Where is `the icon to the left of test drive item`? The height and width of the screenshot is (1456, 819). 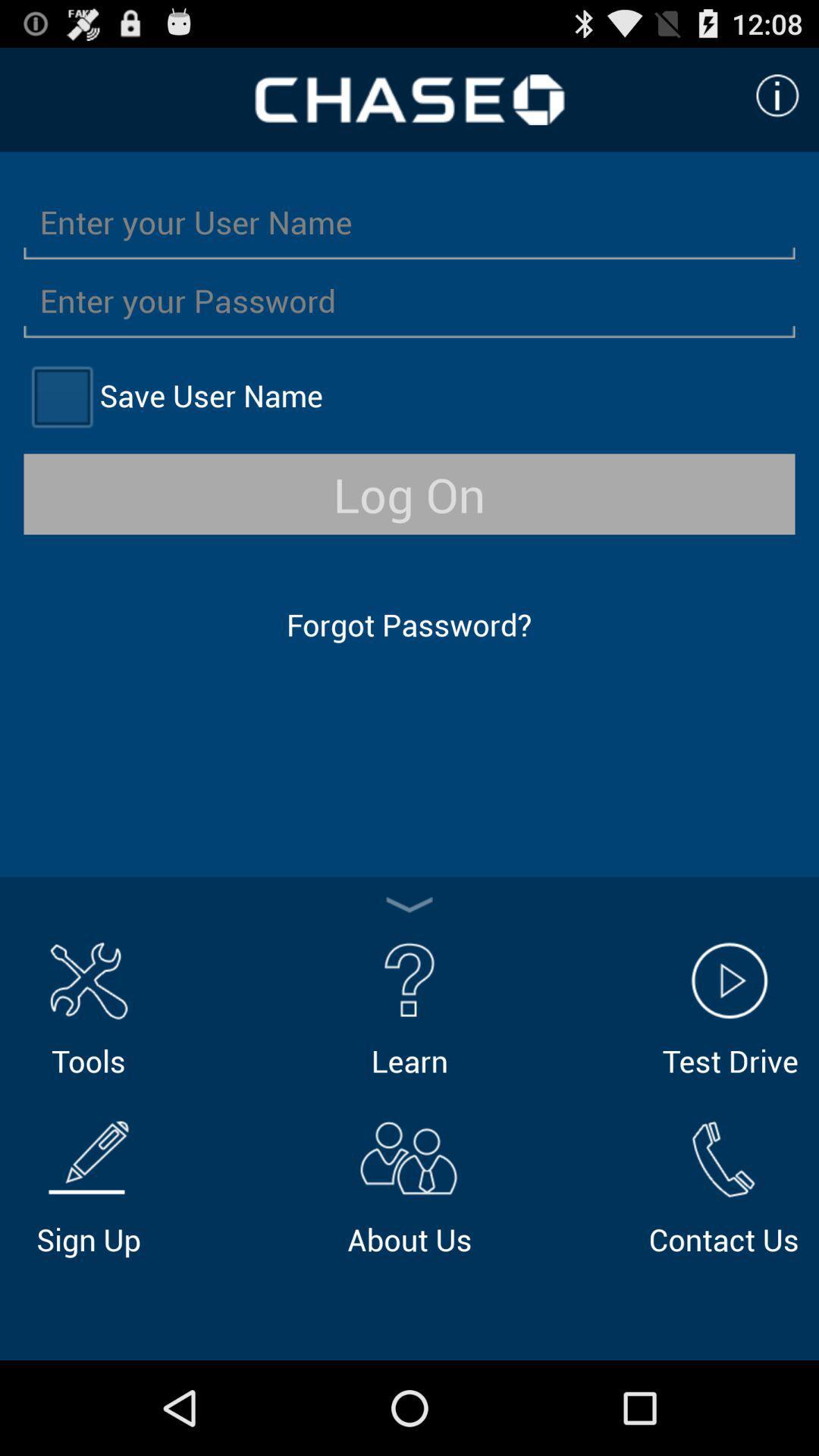 the icon to the left of test drive item is located at coordinates (409, 1006).